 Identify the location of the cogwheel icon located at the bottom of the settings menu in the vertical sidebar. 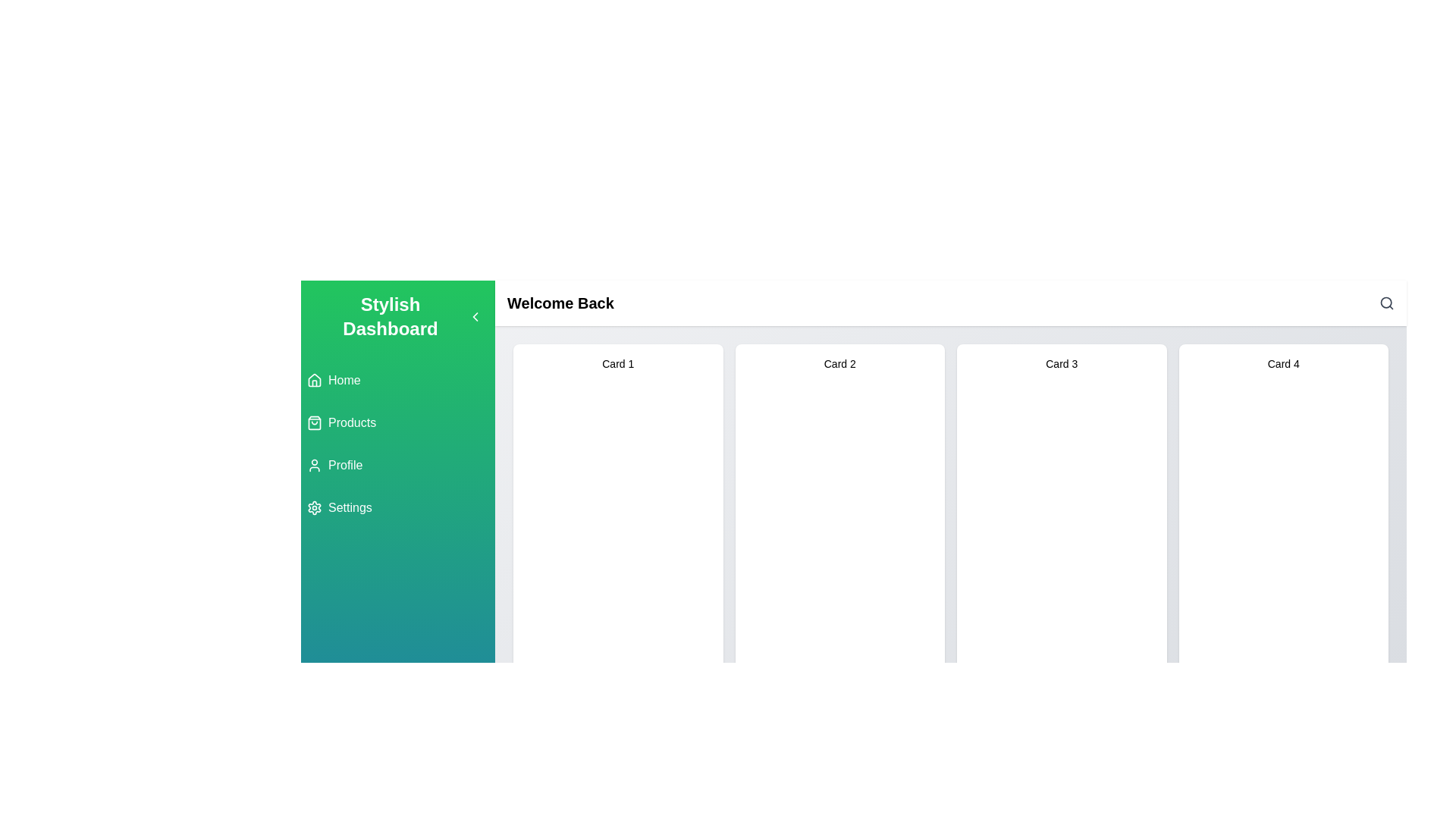
(313, 508).